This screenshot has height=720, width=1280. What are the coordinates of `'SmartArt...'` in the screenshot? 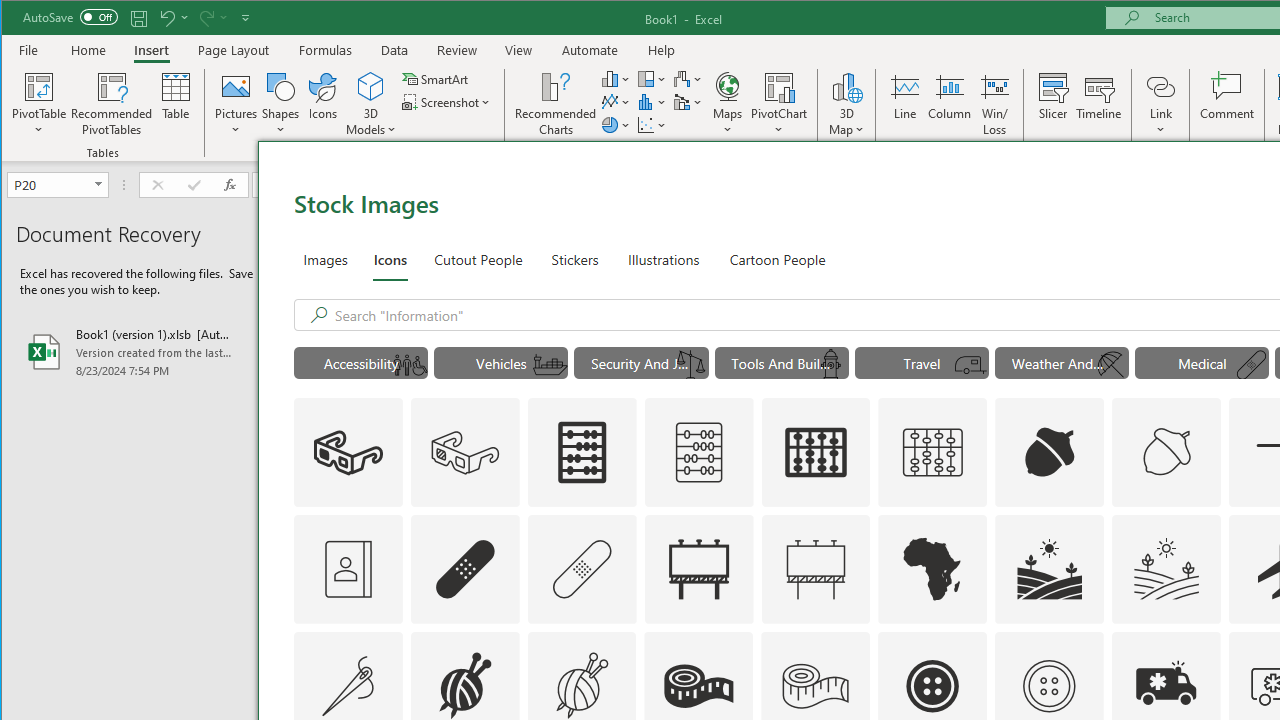 It's located at (436, 78).